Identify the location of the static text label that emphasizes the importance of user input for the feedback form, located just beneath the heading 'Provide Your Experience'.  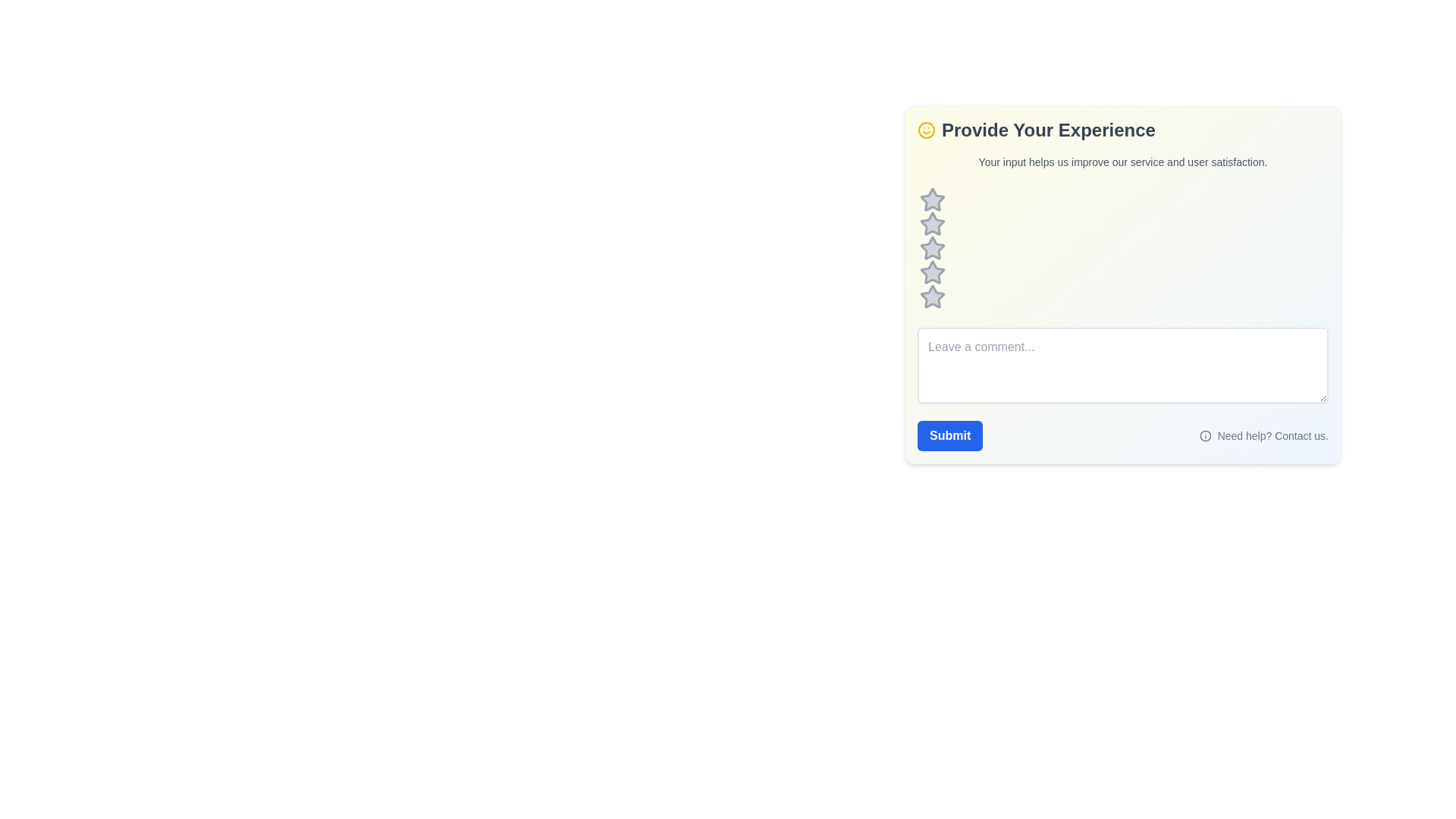
(1123, 162).